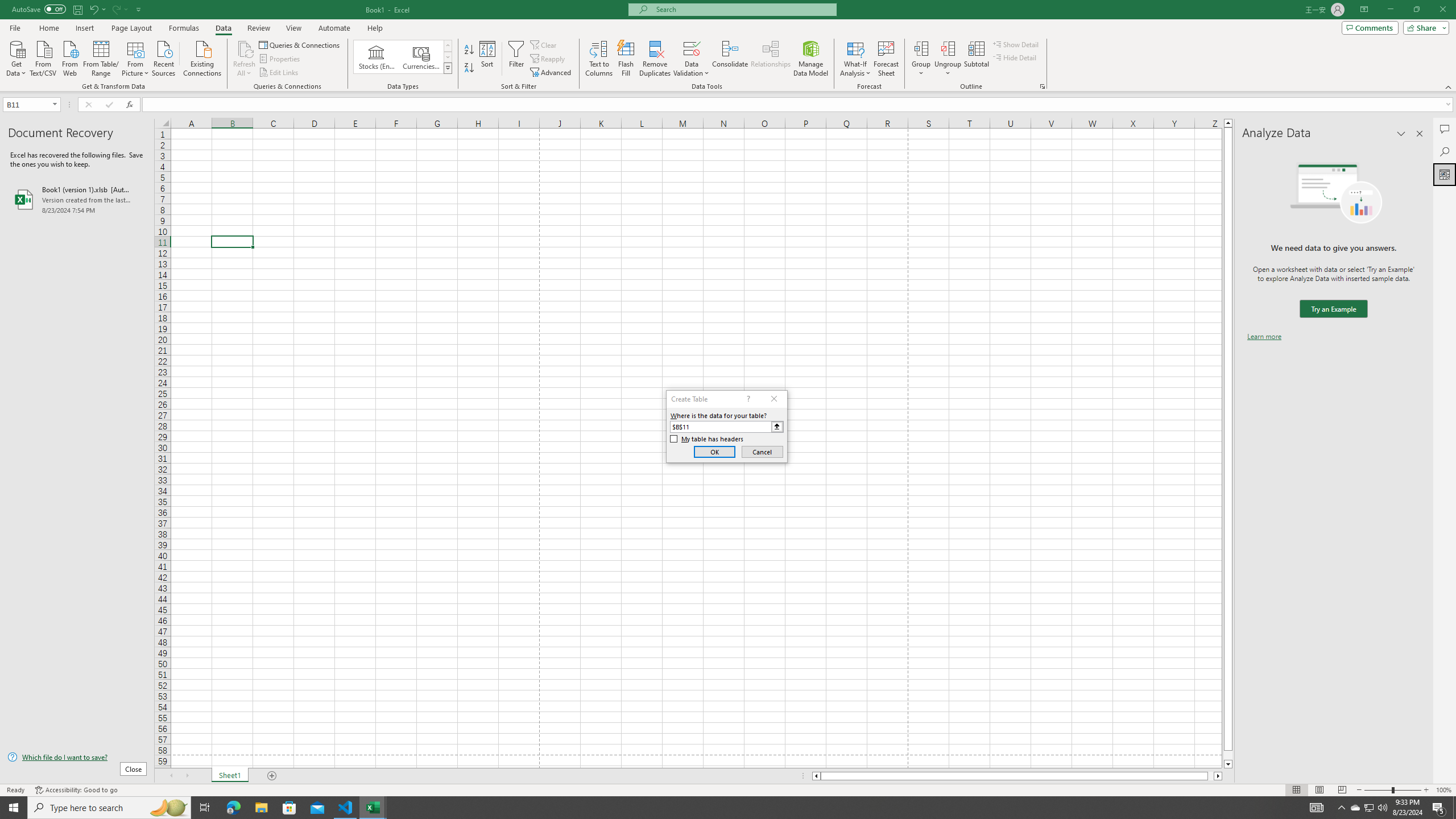 The height and width of the screenshot is (819, 1456). What do you see at coordinates (1333, 309) in the screenshot?
I see `'We need data to give you answers. Try an Example'` at bounding box center [1333, 309].